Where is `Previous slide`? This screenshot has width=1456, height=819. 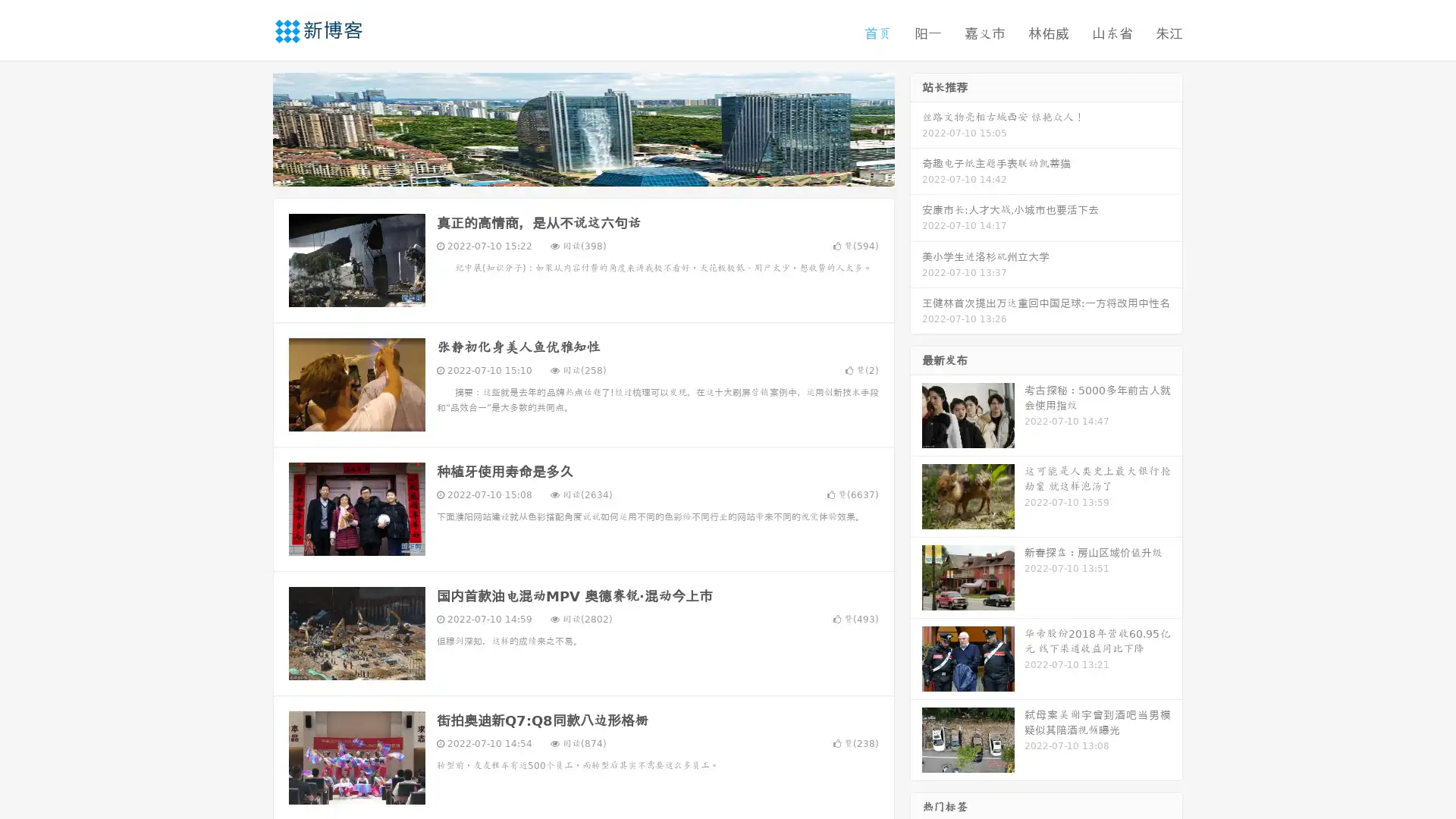 Previous slide is located at coordinates (250, 127).